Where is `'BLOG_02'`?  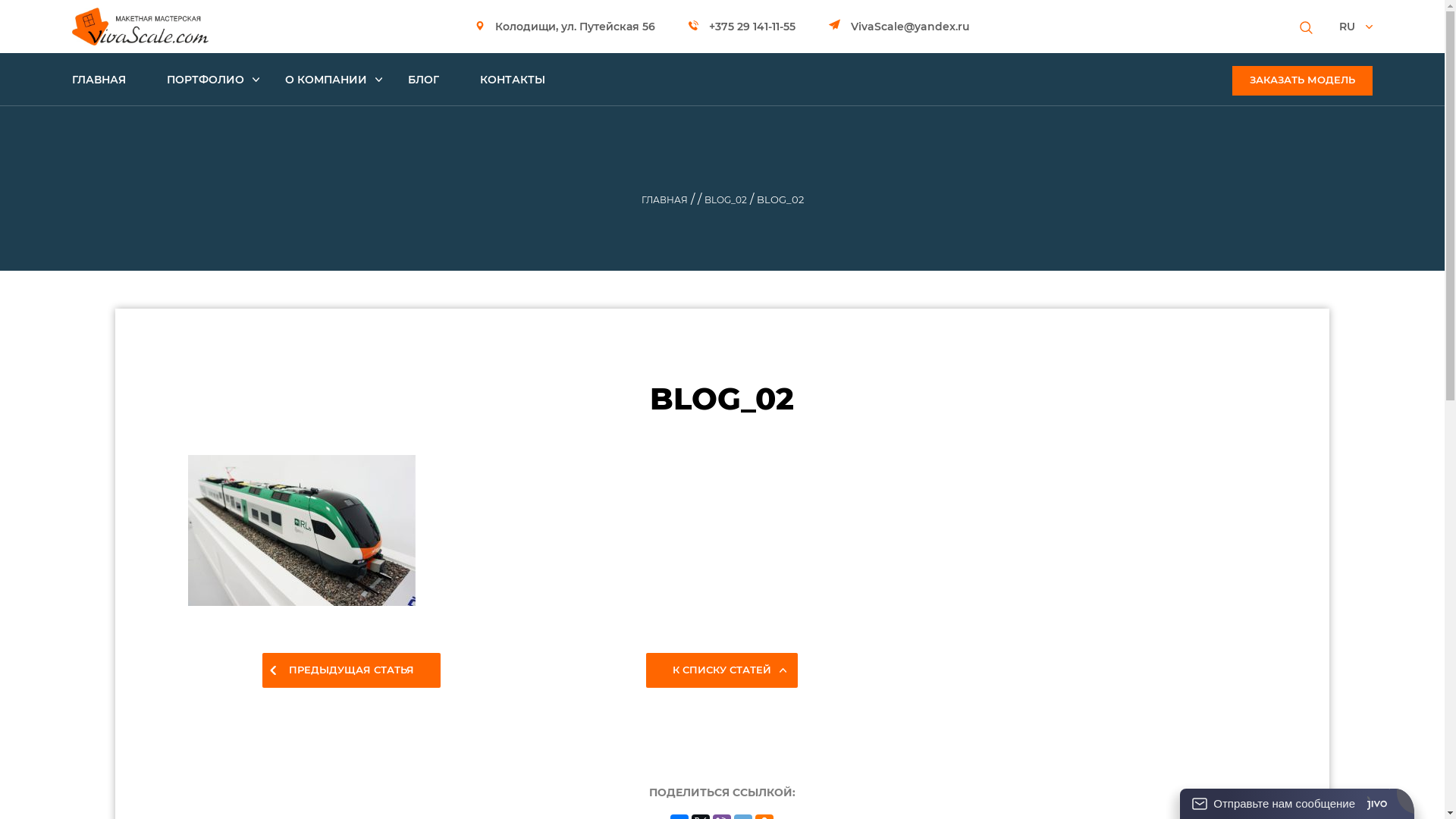
'BLOG_02' is located at coordinates (702, 199).